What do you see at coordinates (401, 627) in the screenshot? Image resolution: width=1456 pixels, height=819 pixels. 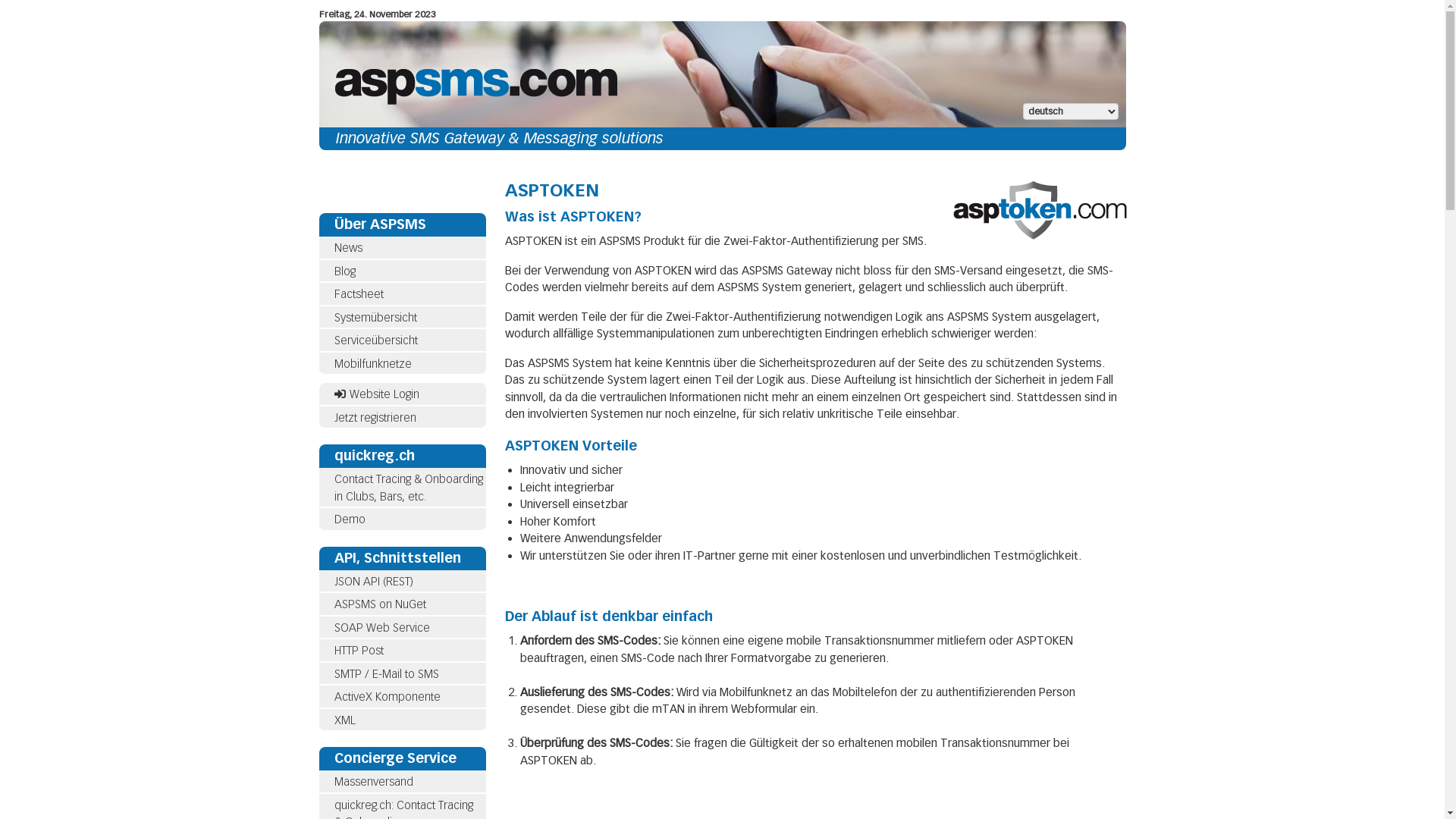 I see `'SOAP Web Service'` at bounding box center [401, 627].